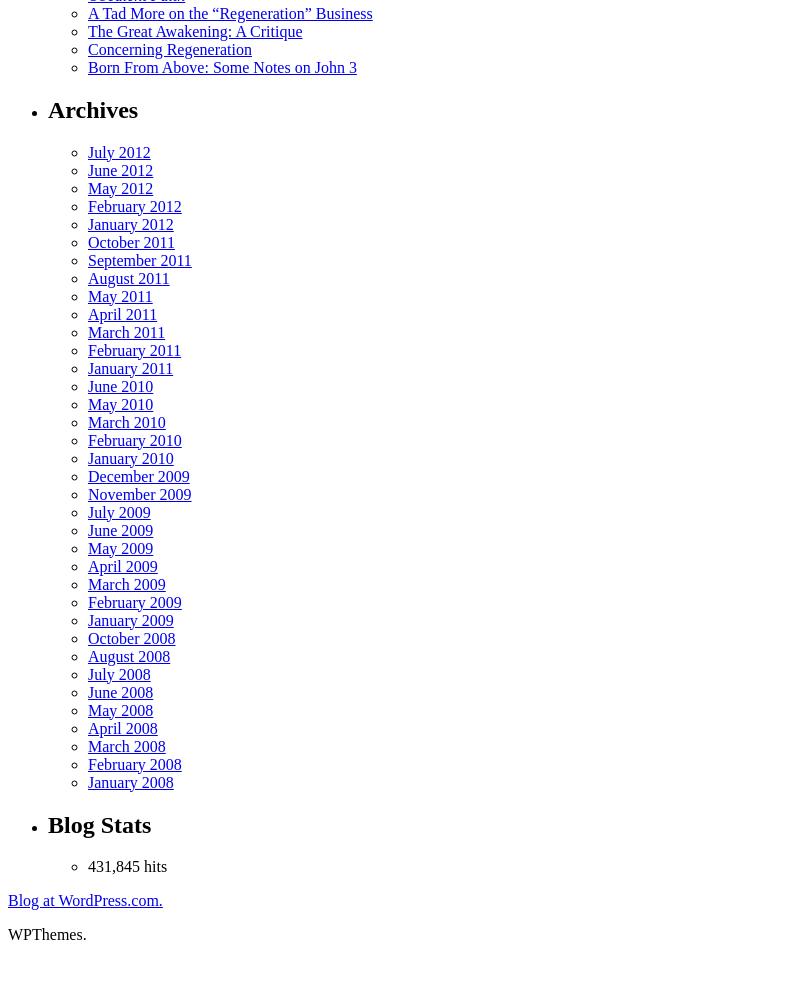 The height and width of the screenshot is (984, 800). Describe the element at coordinates (92, 108) in the screenshot. I see `'Archives'` at that location.